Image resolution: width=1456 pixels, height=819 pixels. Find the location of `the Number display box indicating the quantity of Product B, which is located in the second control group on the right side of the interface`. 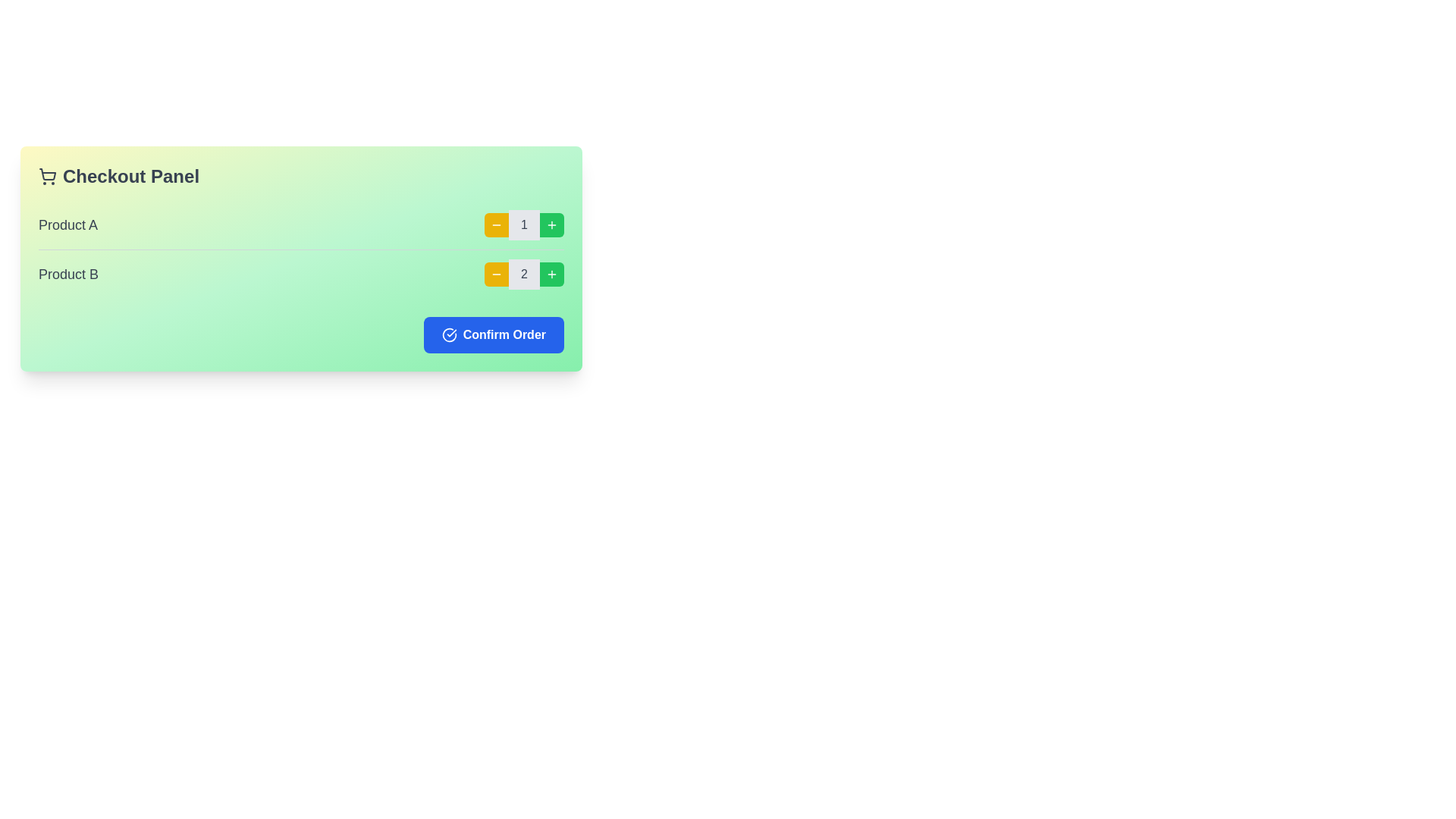

the Number display box indicating the quantity of Product B, which is located in the second control group on the right side of the interface is located at coordinates (524, 275).